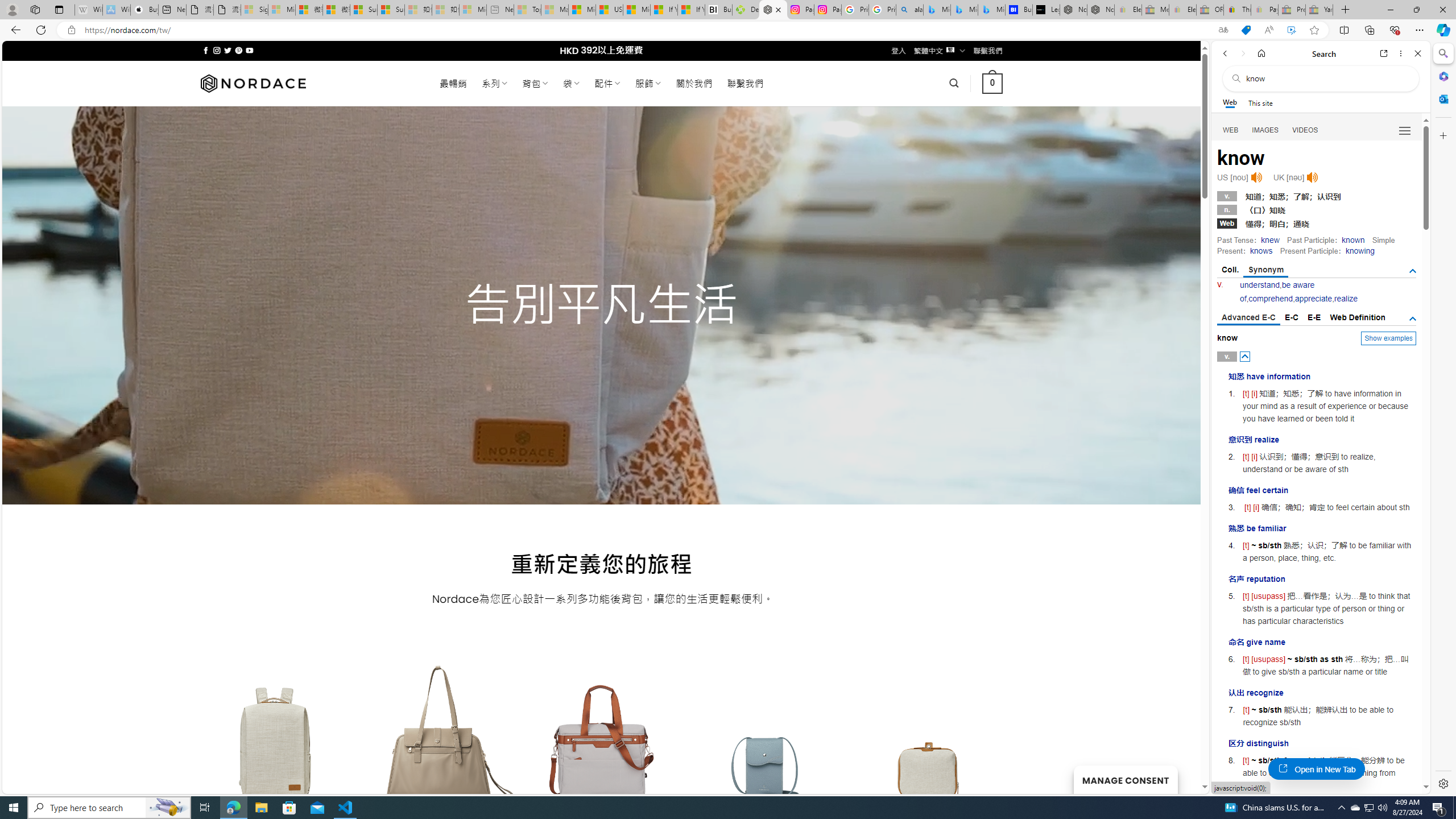 This screenshot has width=1456, height=819. What do you see at coordinates (250, 50) in the screenshot?
I see `'Follow on YouTube'` at bounding box center [250, 50].